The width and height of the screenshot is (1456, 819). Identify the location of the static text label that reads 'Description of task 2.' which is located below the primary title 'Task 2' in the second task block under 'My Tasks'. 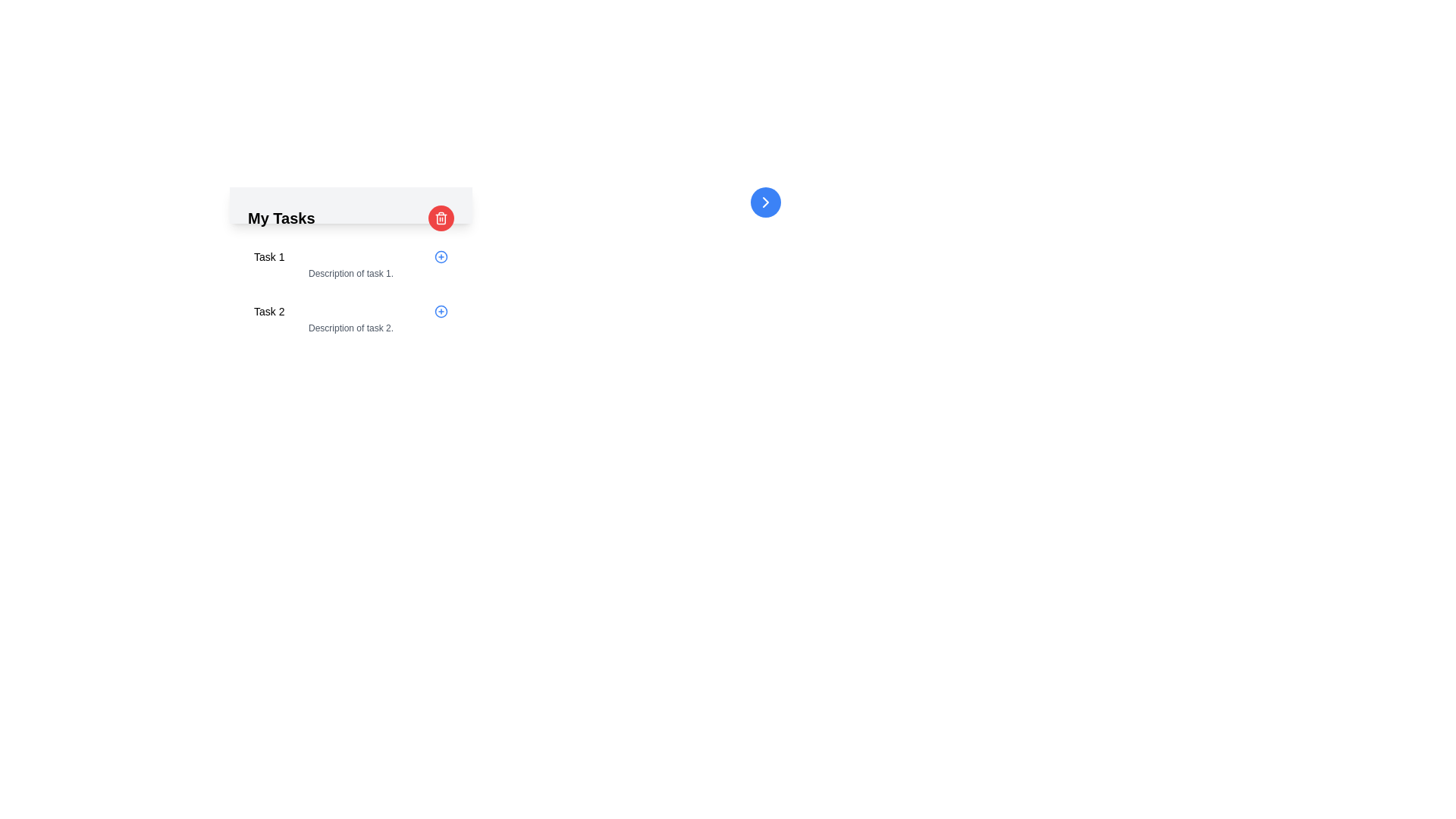
(350, 327).